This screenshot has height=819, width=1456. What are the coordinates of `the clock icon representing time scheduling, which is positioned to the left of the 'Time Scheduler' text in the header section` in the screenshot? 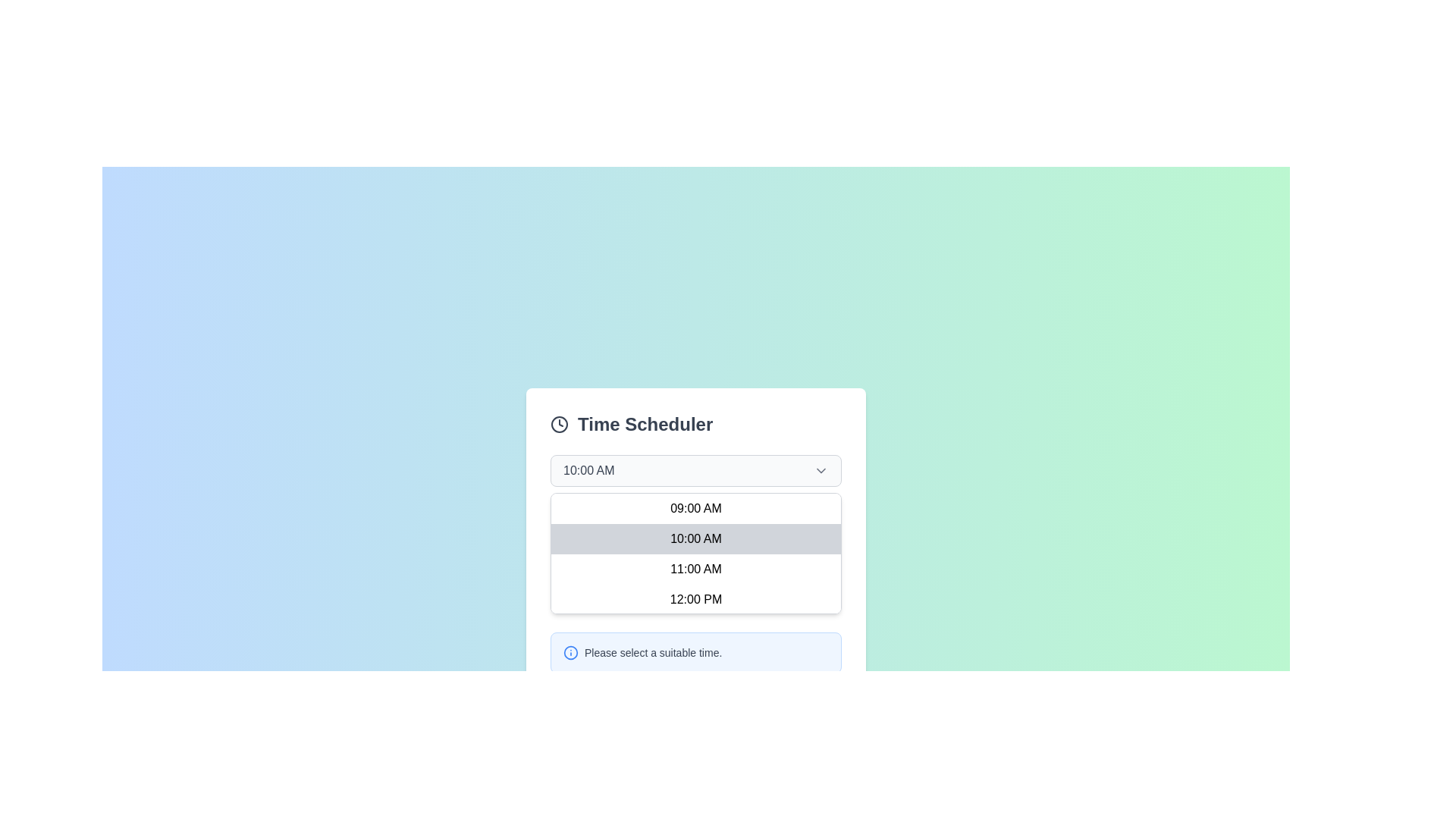 It's located at (559, 424).